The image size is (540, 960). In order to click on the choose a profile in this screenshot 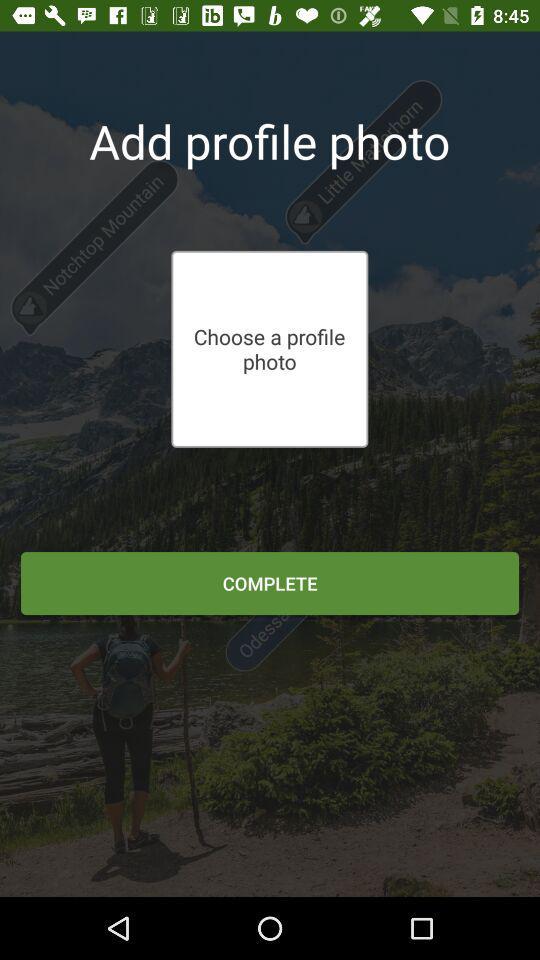, I will do `click(269, 349)`.